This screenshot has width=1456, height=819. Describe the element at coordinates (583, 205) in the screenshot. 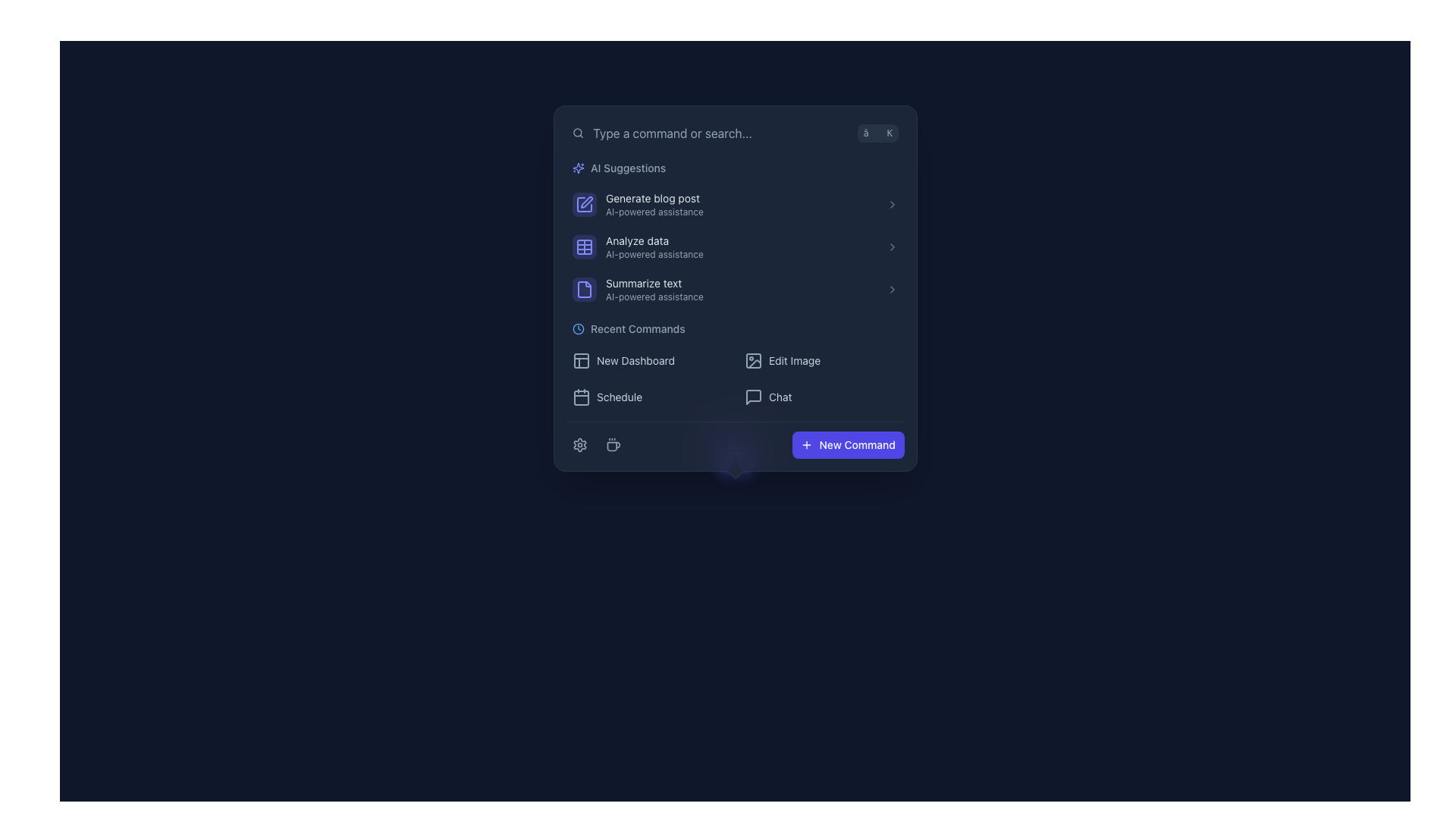

I see `the 'Generate blog post' icon in the AI Suggestions menu` at that location.